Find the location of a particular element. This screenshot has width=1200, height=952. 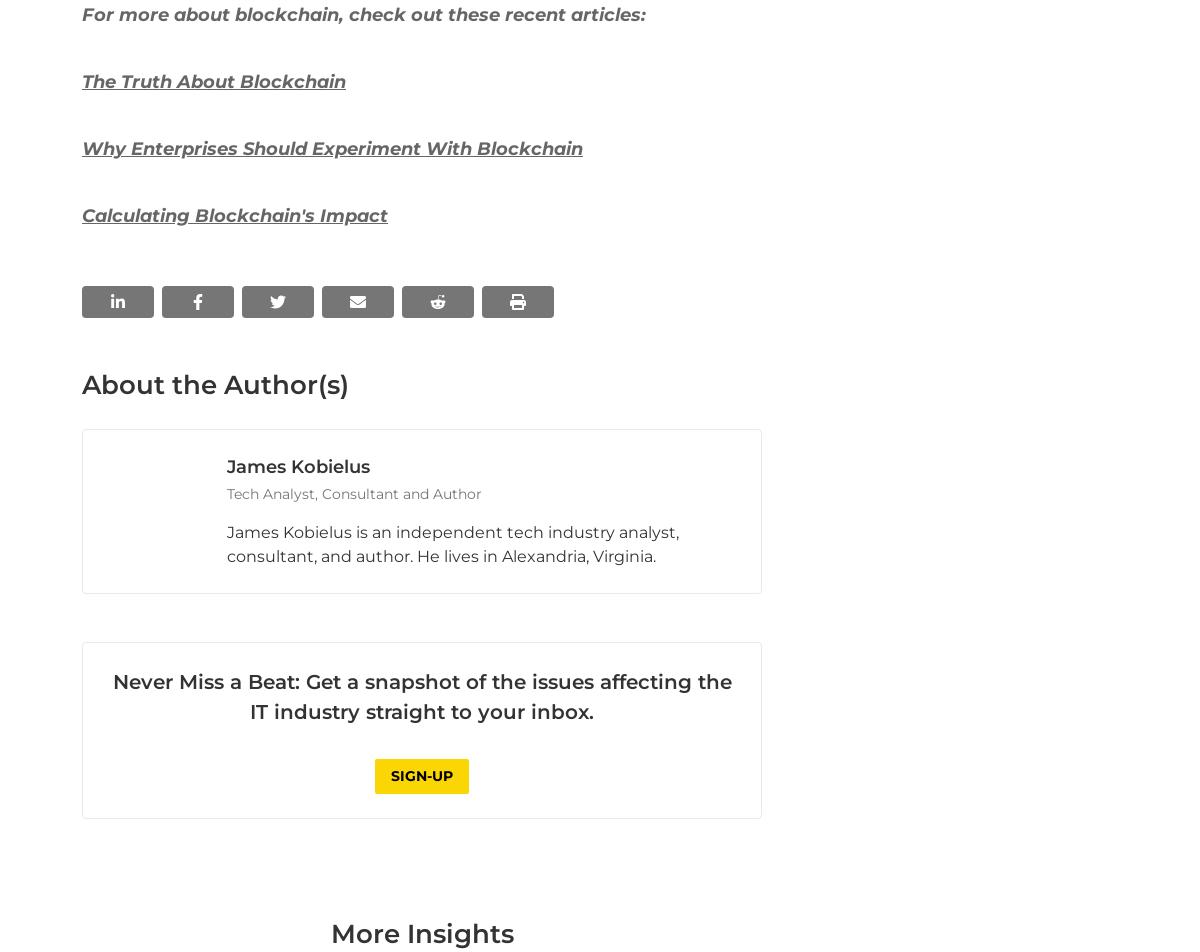

'compliance' is located at coordinates (327, 136).